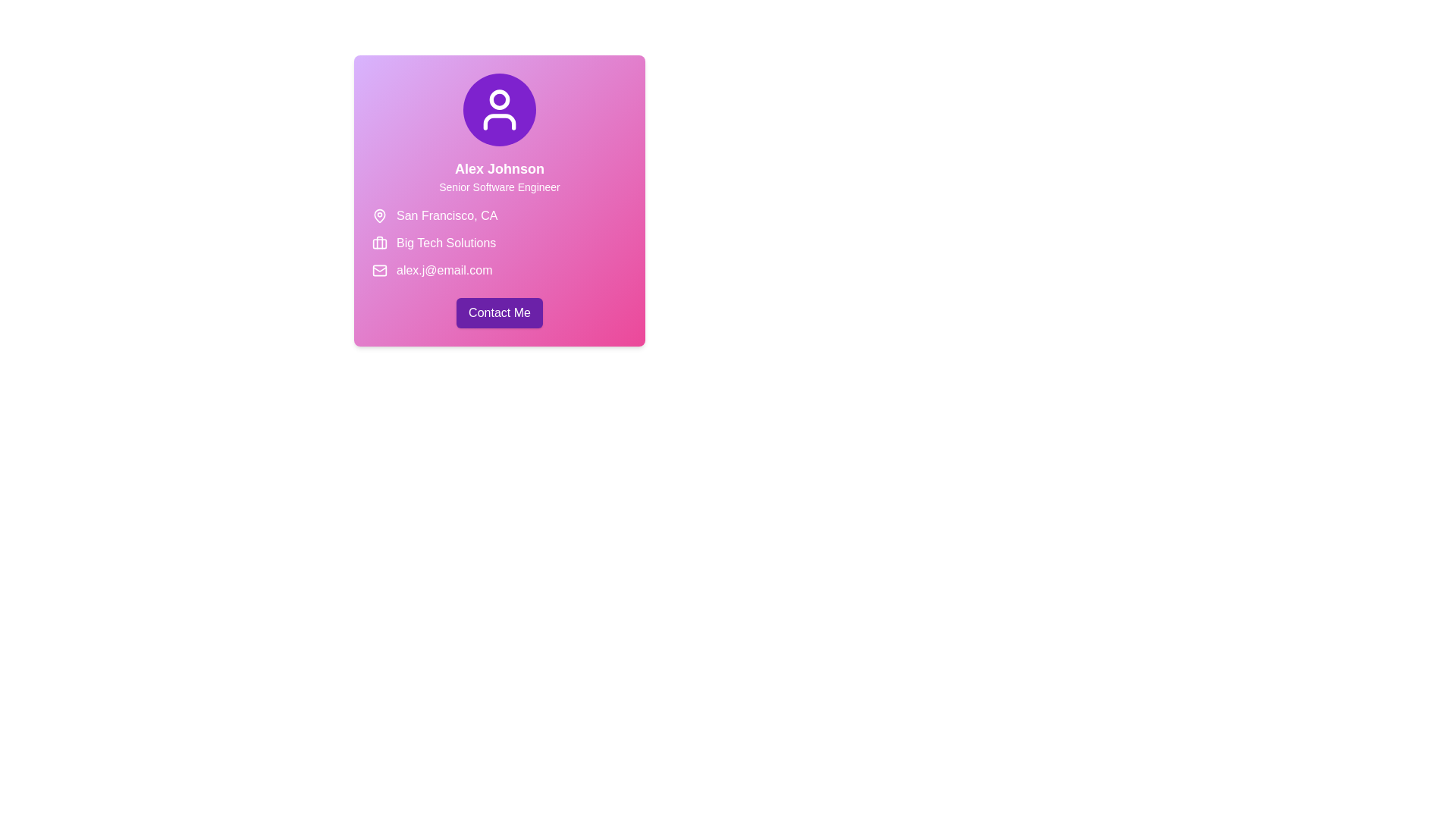  What do you see at coordinates (499, 109) in the screenshot?
I see `the circular user avatar with a purple background and a white icon representing a user, located at the top of Alex Johnson's profile card` at bounding box center [499, 109].